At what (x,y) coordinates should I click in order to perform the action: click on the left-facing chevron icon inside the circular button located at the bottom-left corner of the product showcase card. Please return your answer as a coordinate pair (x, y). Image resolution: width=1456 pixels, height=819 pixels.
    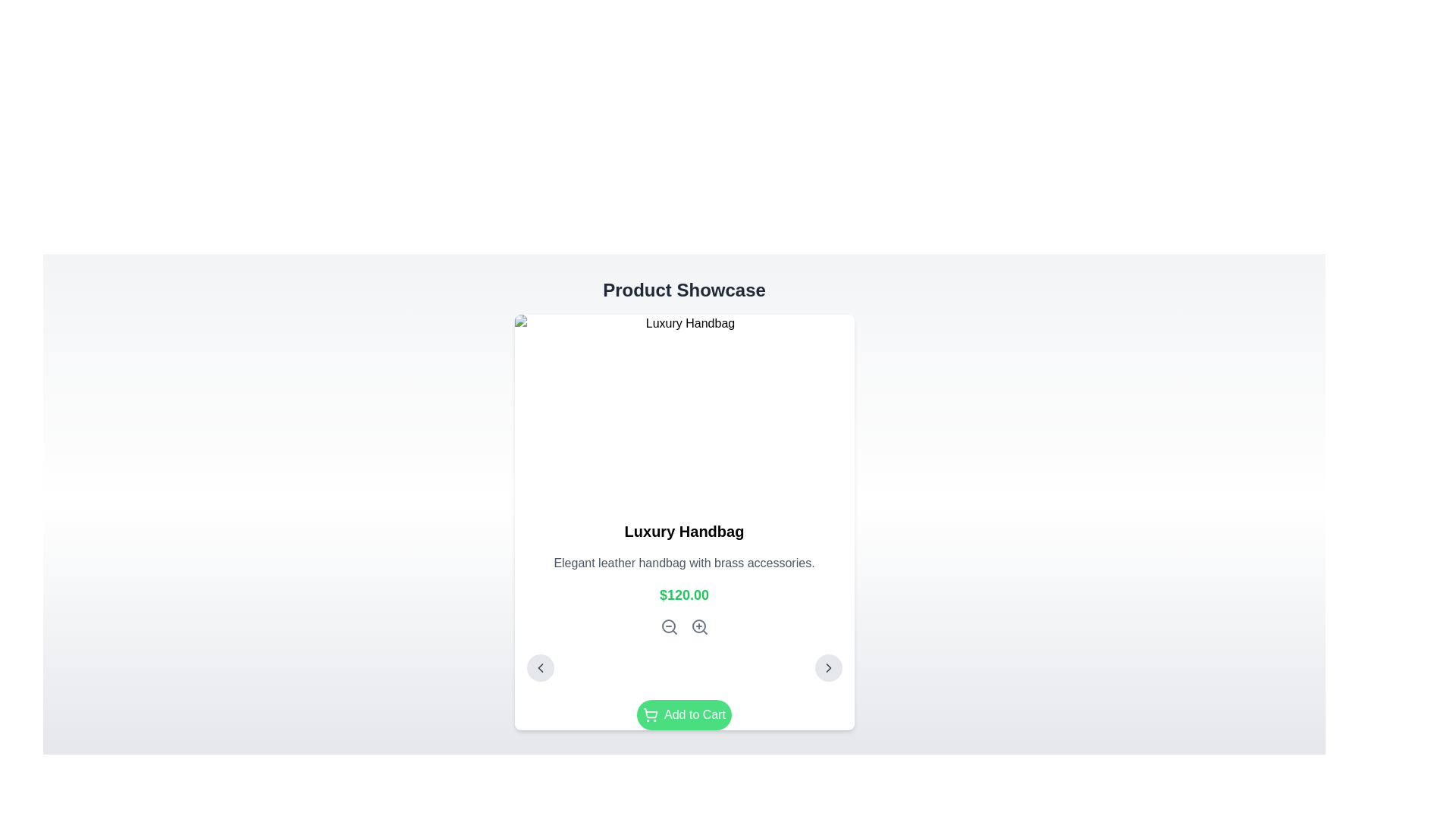
    Looking at the image, I should click on (540, 667).